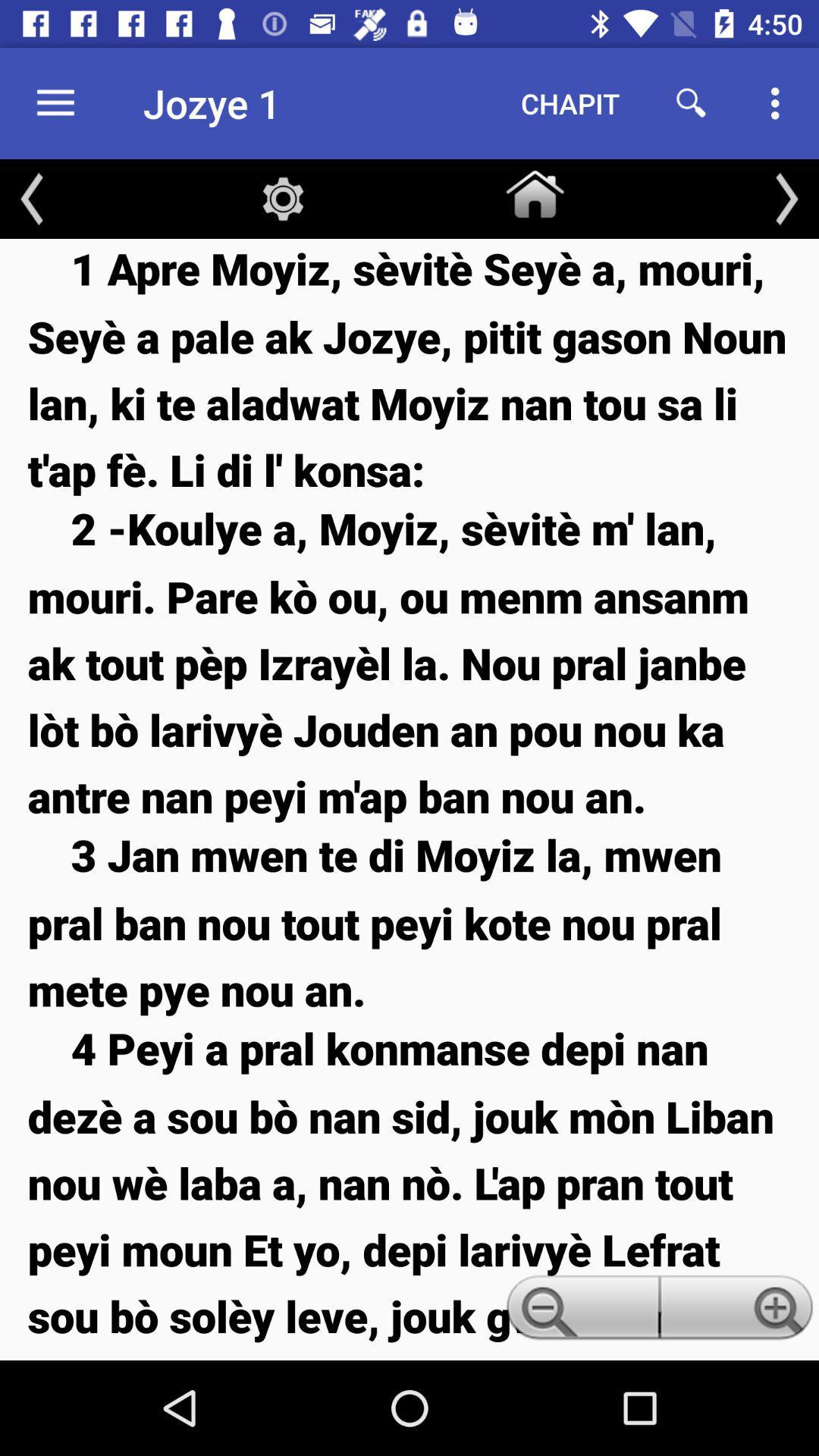 This screenshot has height=1456, width=819. Describe the element at coordinates (409, 921) in the screenshot. I see `icon below the 2 koulye a item` at that location.